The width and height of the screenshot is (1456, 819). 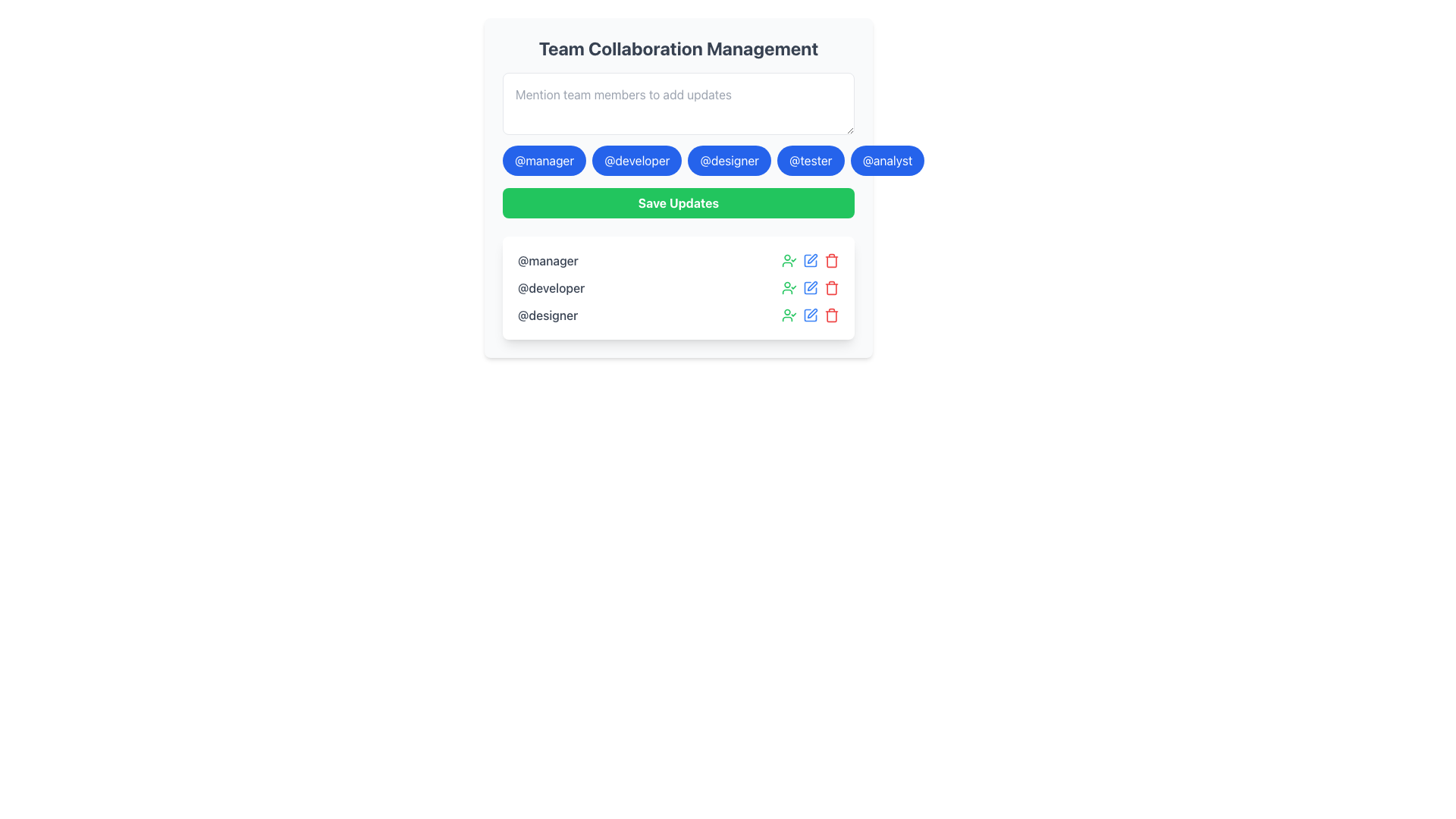 I want to click on the third button representing the '@designer' role, so click(x=729, y=161).